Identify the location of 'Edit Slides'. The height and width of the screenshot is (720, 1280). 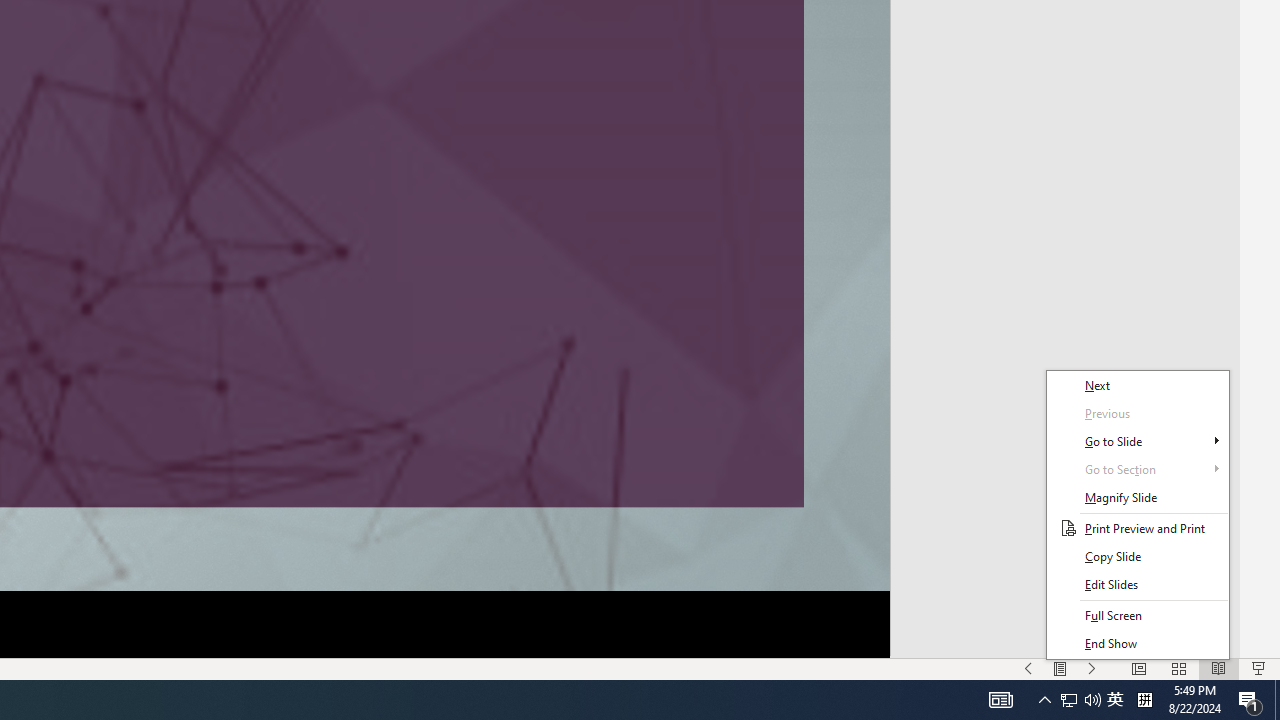
(1137, 585).